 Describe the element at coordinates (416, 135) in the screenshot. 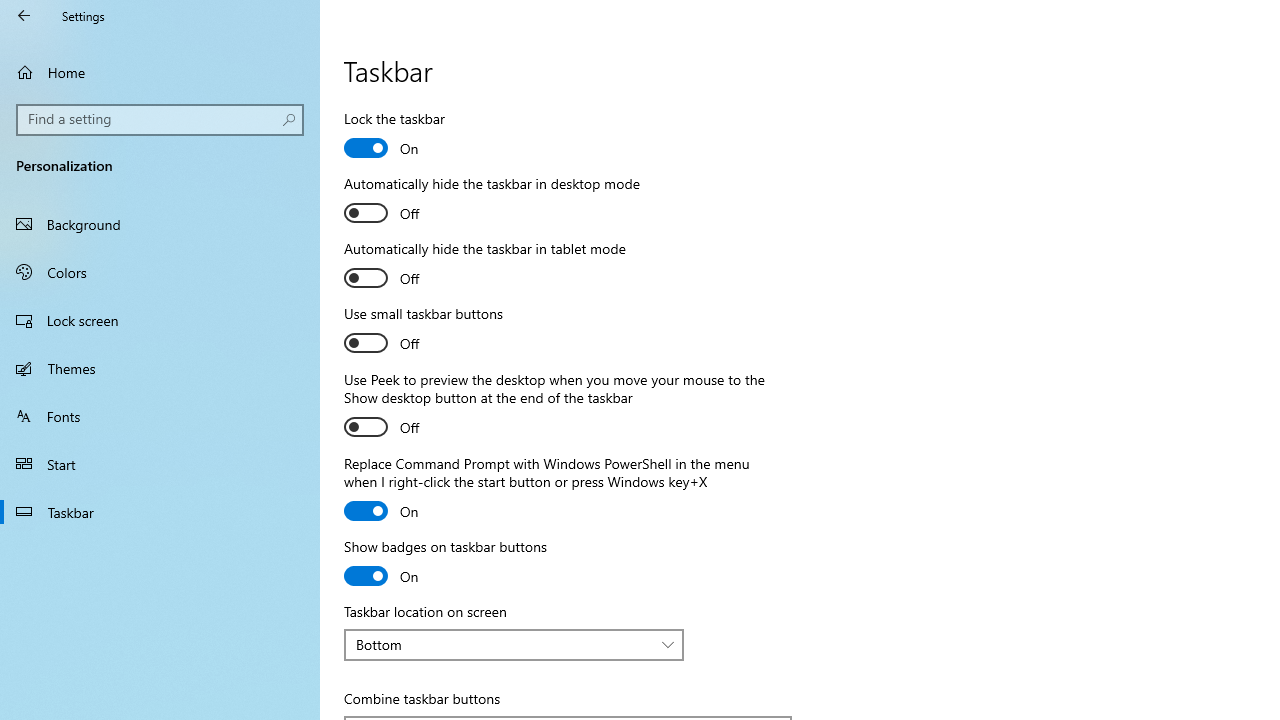

I see `'Lock the taskbar'` at that location.